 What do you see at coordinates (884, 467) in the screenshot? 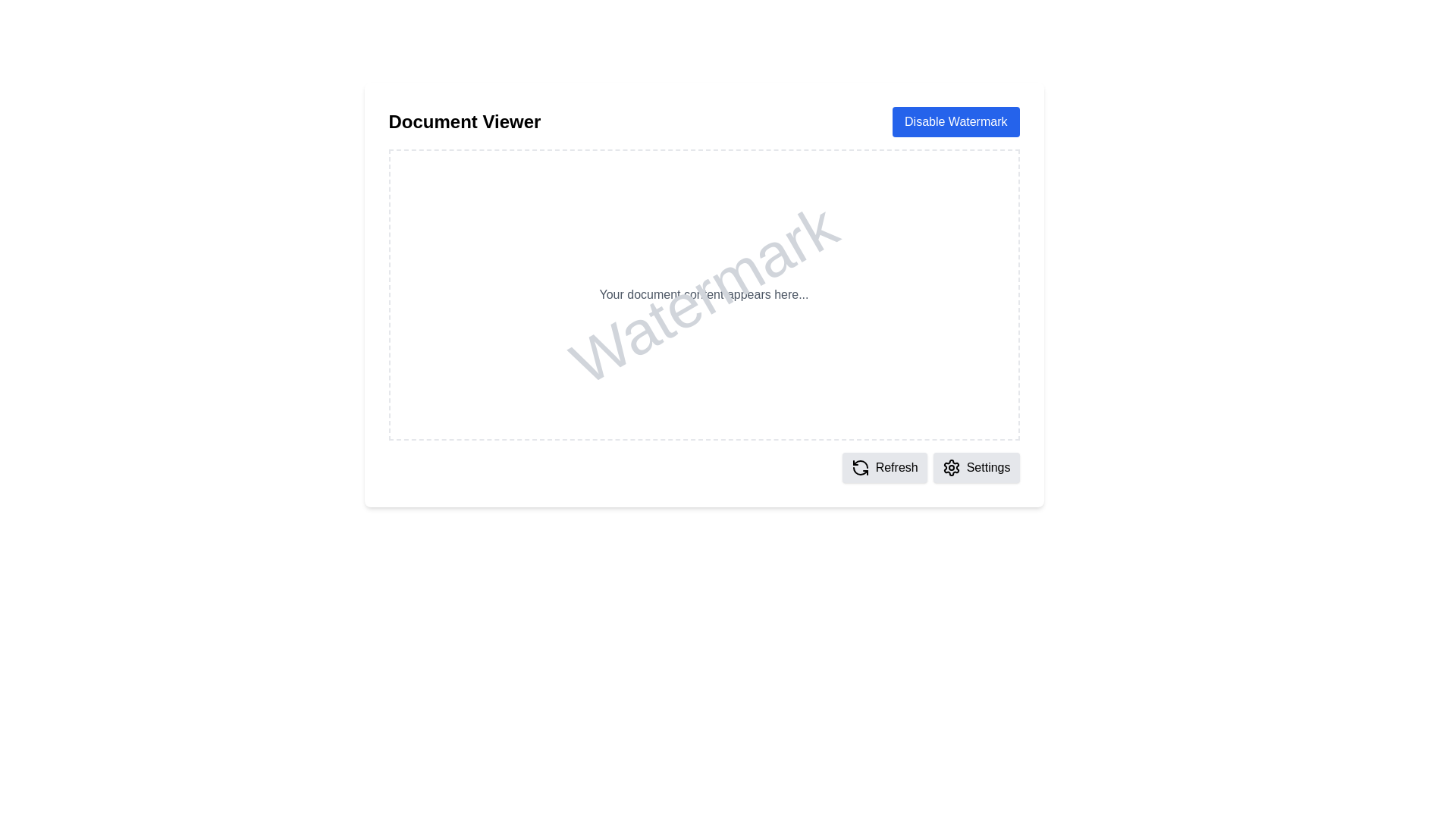
I see `the 'Refresh' button, which has rounded edges, a shadow, a light gray background, a refresh arrow icon on the left, and the text 'Refresh' on the right` at bounding box center [884, 467].